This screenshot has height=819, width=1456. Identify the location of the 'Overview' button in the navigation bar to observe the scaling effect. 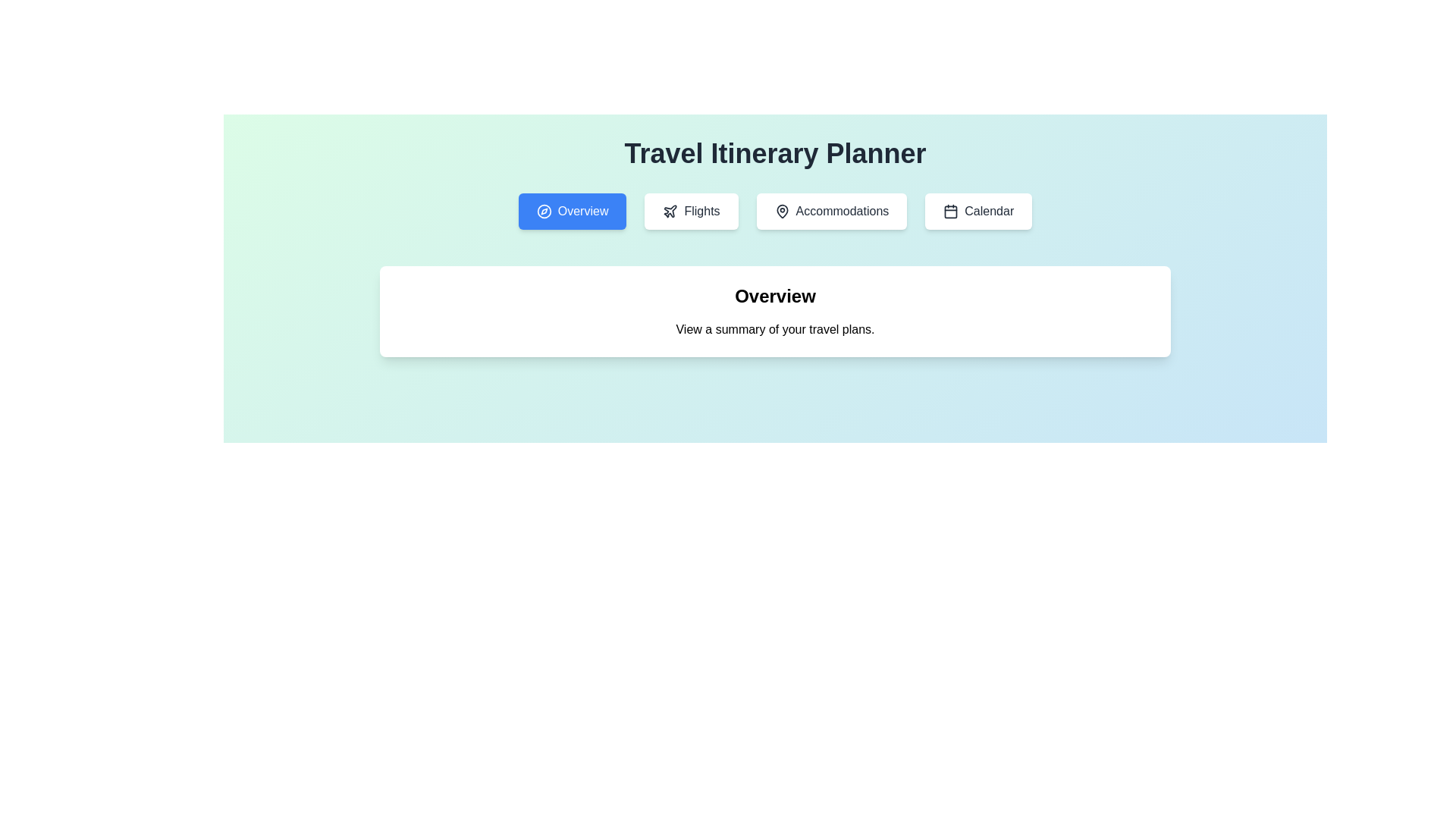
(572, 211).